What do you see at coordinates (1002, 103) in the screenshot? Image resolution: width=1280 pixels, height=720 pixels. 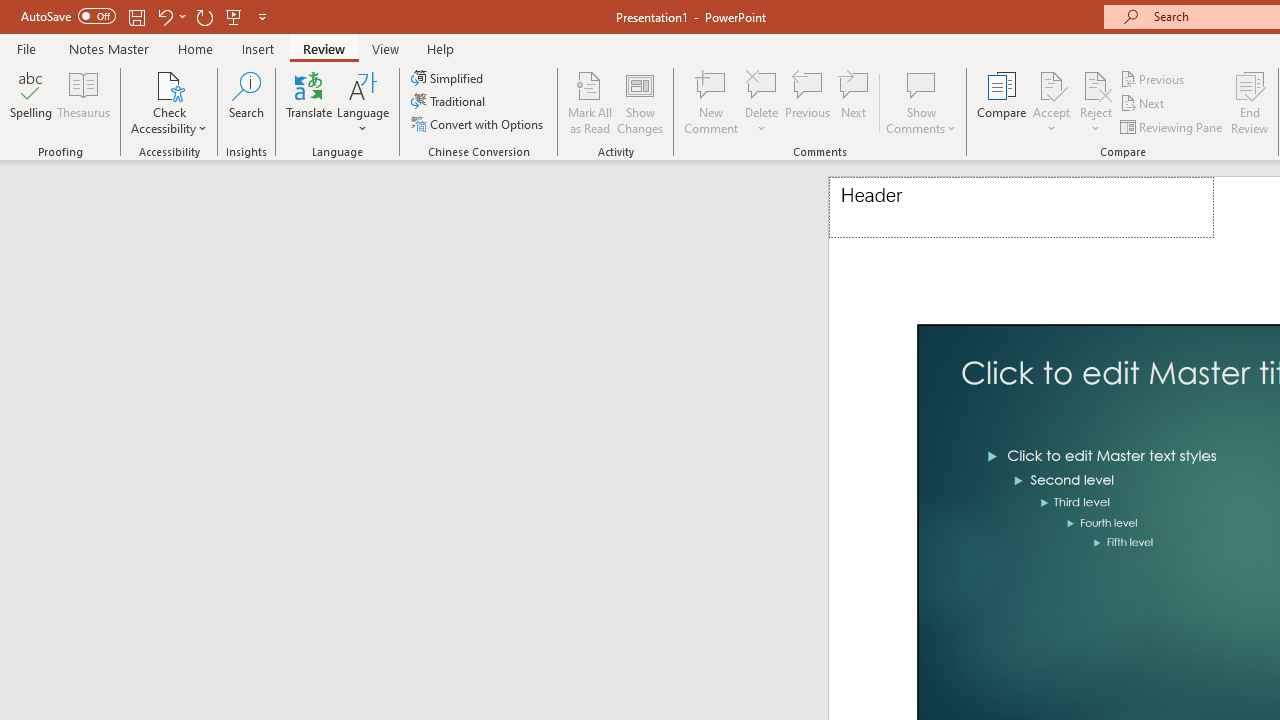 I see `'Compare'` at bounding box center [1002, 103].